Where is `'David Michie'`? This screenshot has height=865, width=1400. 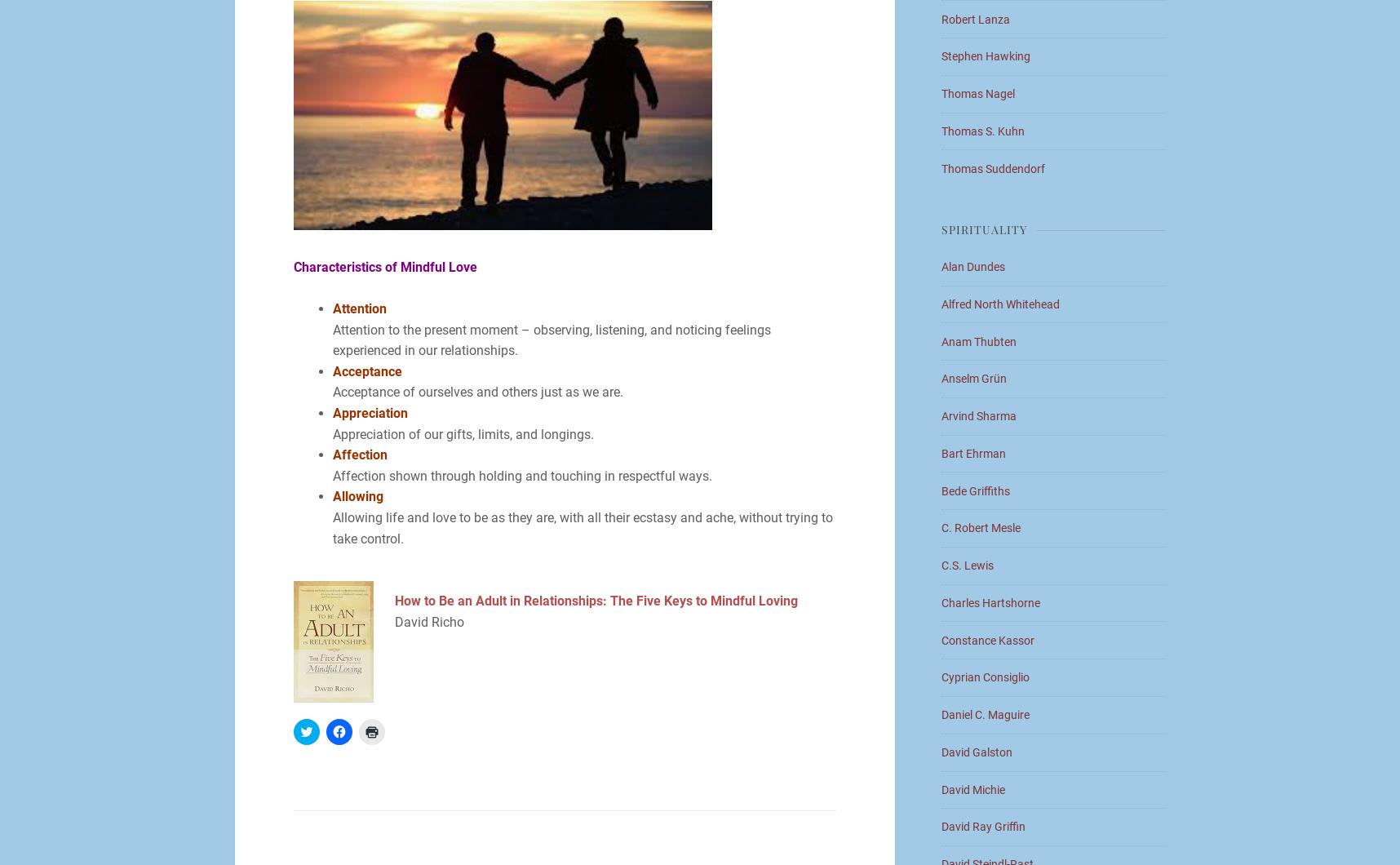 'David Michie' is located at coordinates (941, 788).